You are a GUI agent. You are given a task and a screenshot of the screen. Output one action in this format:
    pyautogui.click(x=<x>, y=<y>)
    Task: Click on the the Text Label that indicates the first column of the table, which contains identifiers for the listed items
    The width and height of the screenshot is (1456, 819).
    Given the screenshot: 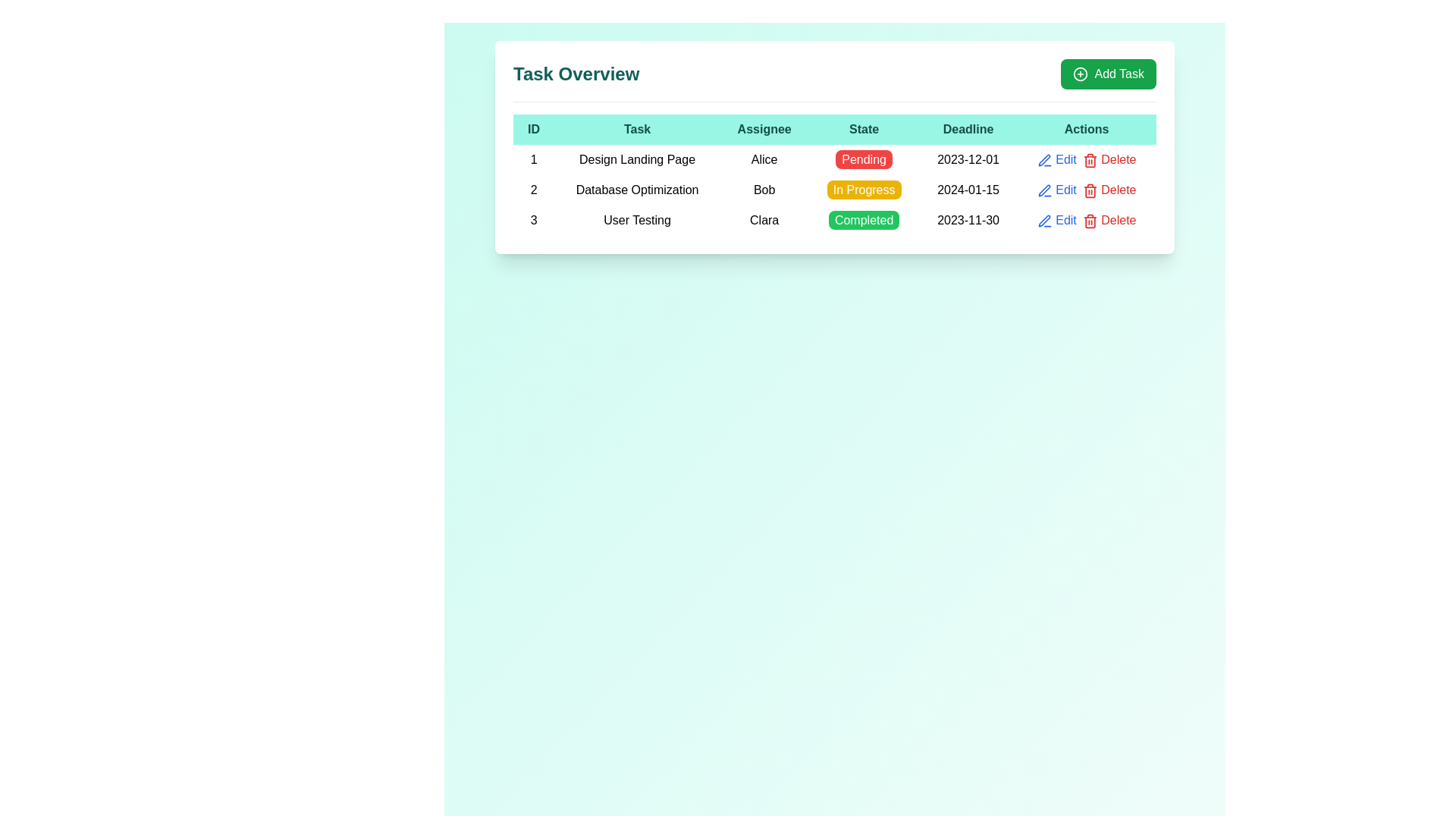 What is the action you would take?
    pyautogui.click(x=534, y=128)
    